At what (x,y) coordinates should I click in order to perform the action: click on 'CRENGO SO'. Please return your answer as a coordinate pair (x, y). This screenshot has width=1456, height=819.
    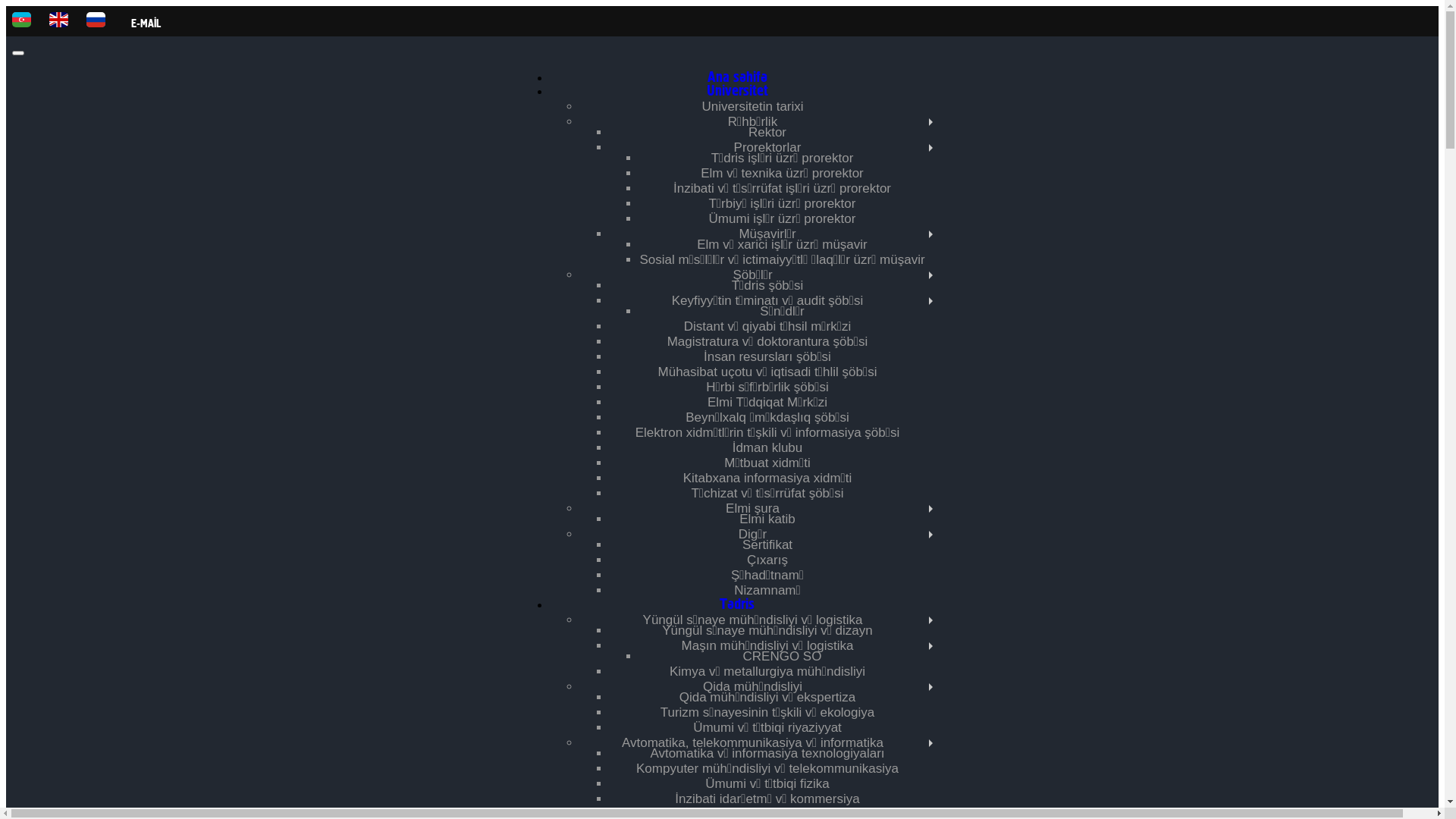
    Looking at the image, I should click on (783, 655).